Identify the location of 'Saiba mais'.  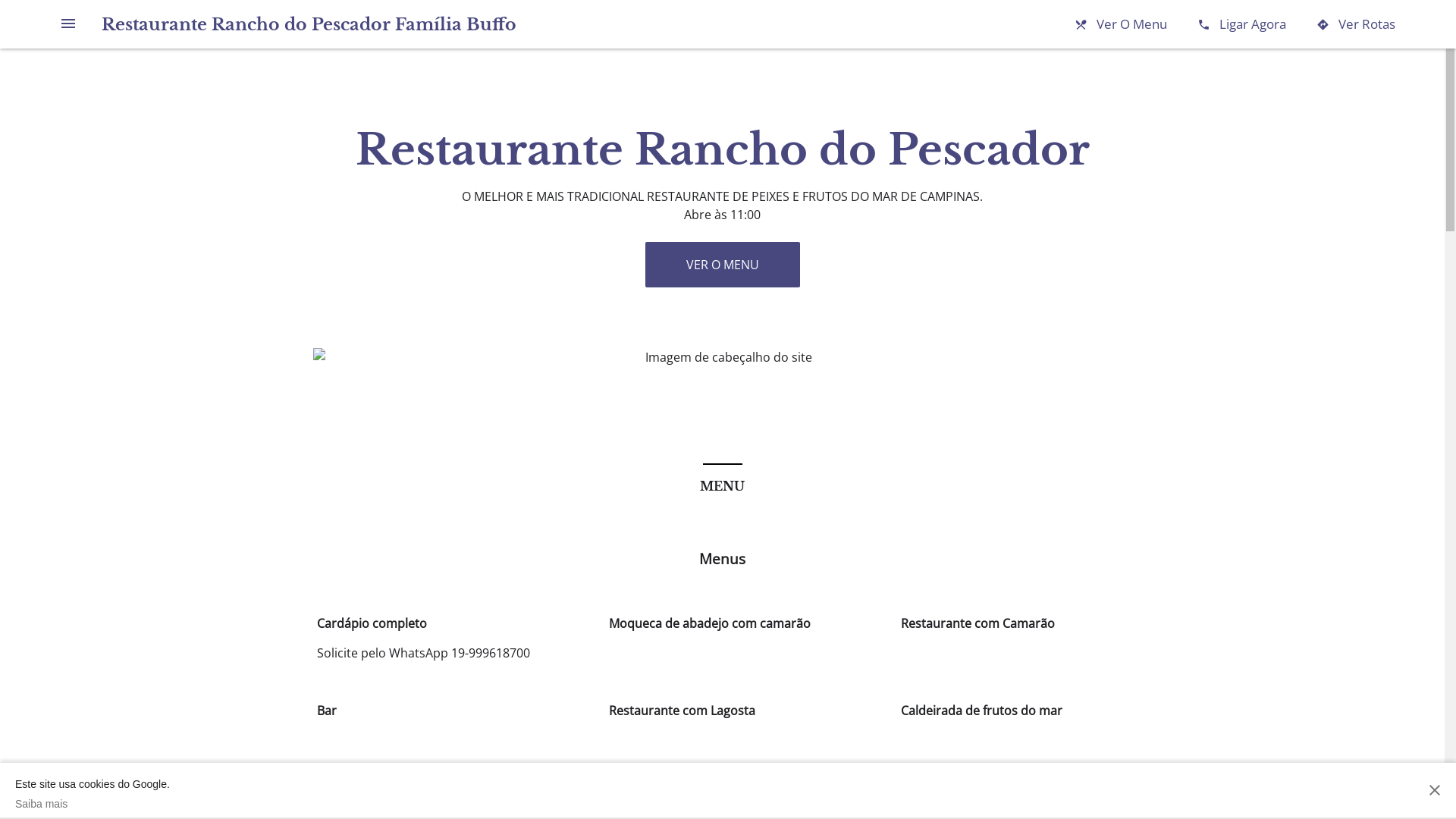
(91, 803).